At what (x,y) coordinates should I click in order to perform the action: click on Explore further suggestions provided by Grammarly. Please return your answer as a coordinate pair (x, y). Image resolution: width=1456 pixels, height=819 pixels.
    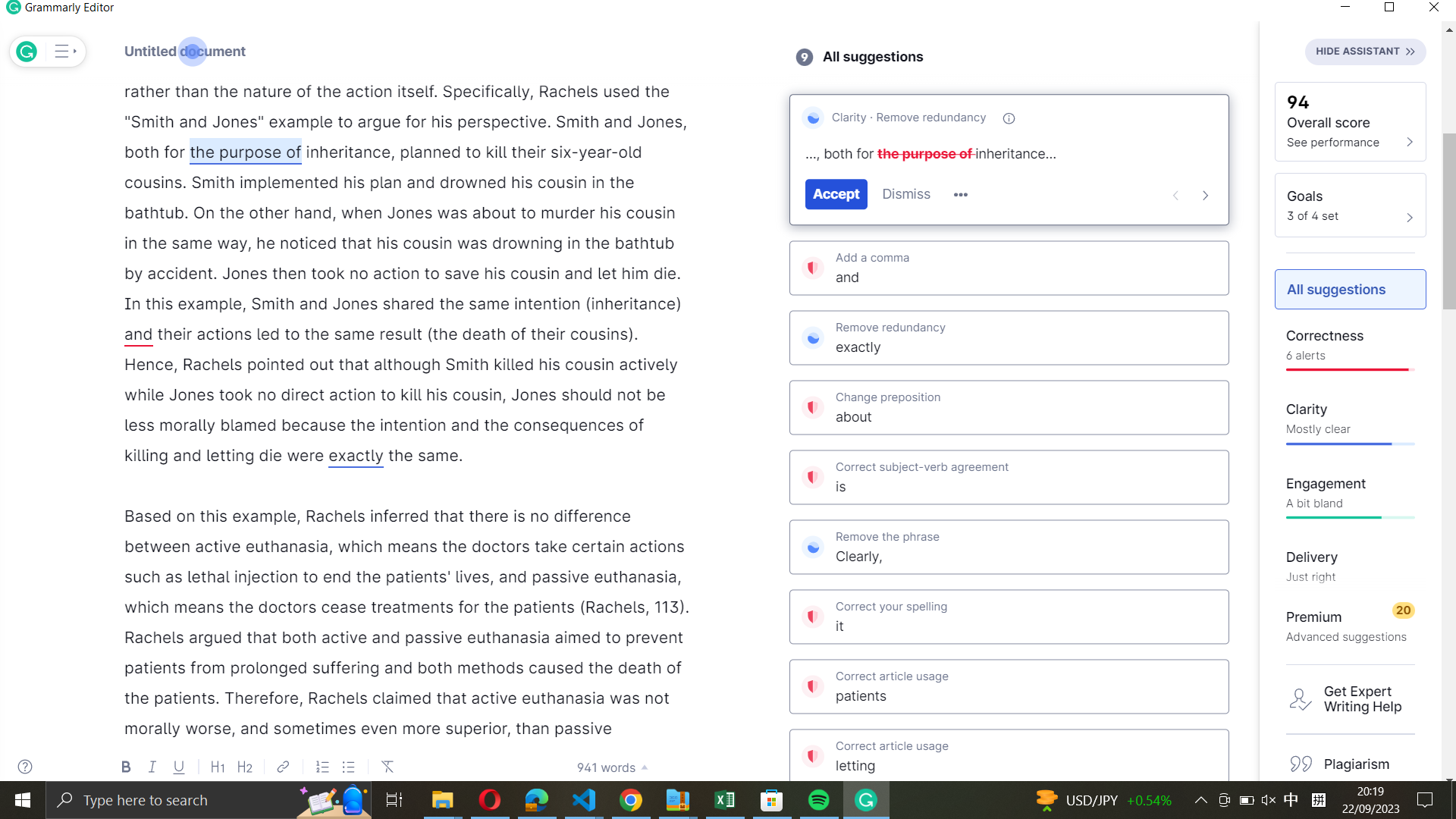
    Looking at the image, I should click on (960, 195).